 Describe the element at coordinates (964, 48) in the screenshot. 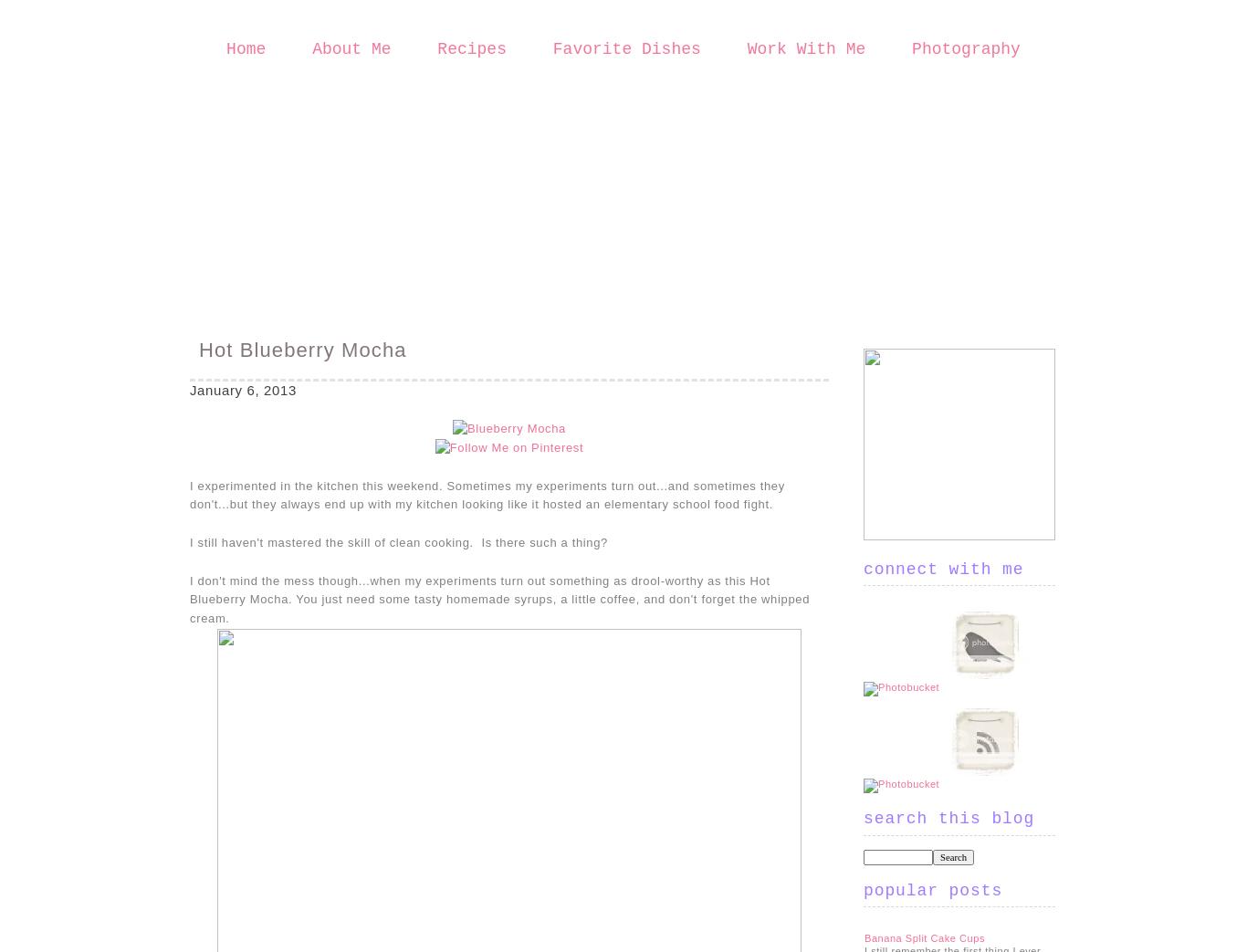

I see `'Photography'` at that location.